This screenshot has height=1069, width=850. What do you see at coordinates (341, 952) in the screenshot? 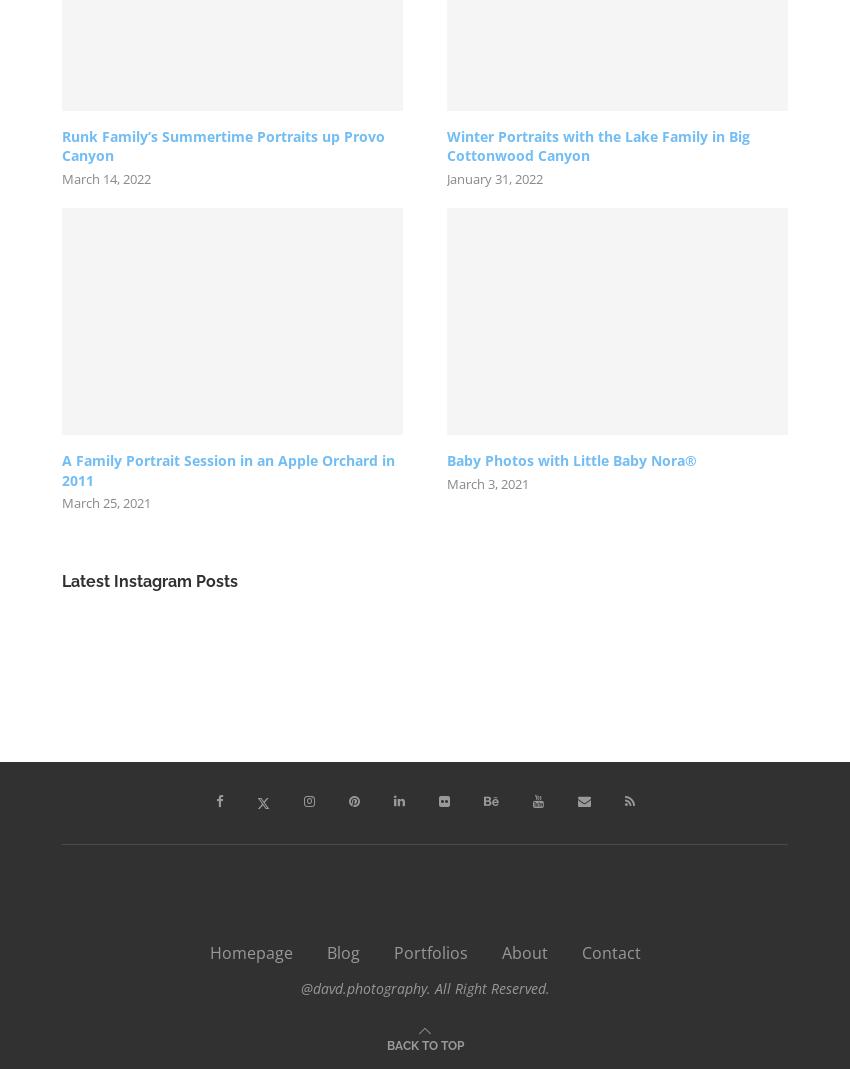
I see `'Blog'` at bounding box center [341, 952].